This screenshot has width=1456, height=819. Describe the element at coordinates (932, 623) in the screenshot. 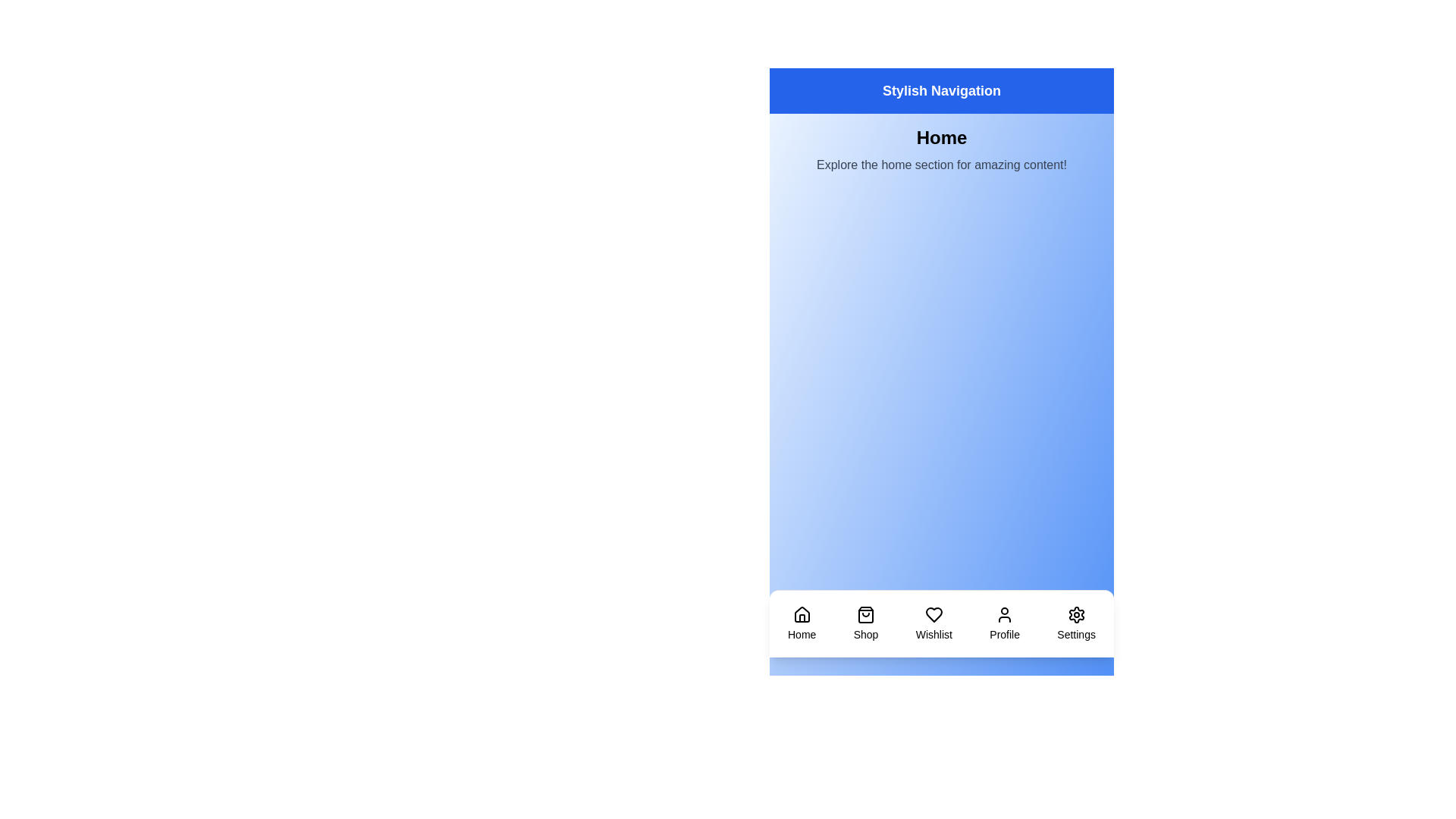

I see `the Wishlist tab in the bottom navigation bar` at that location.